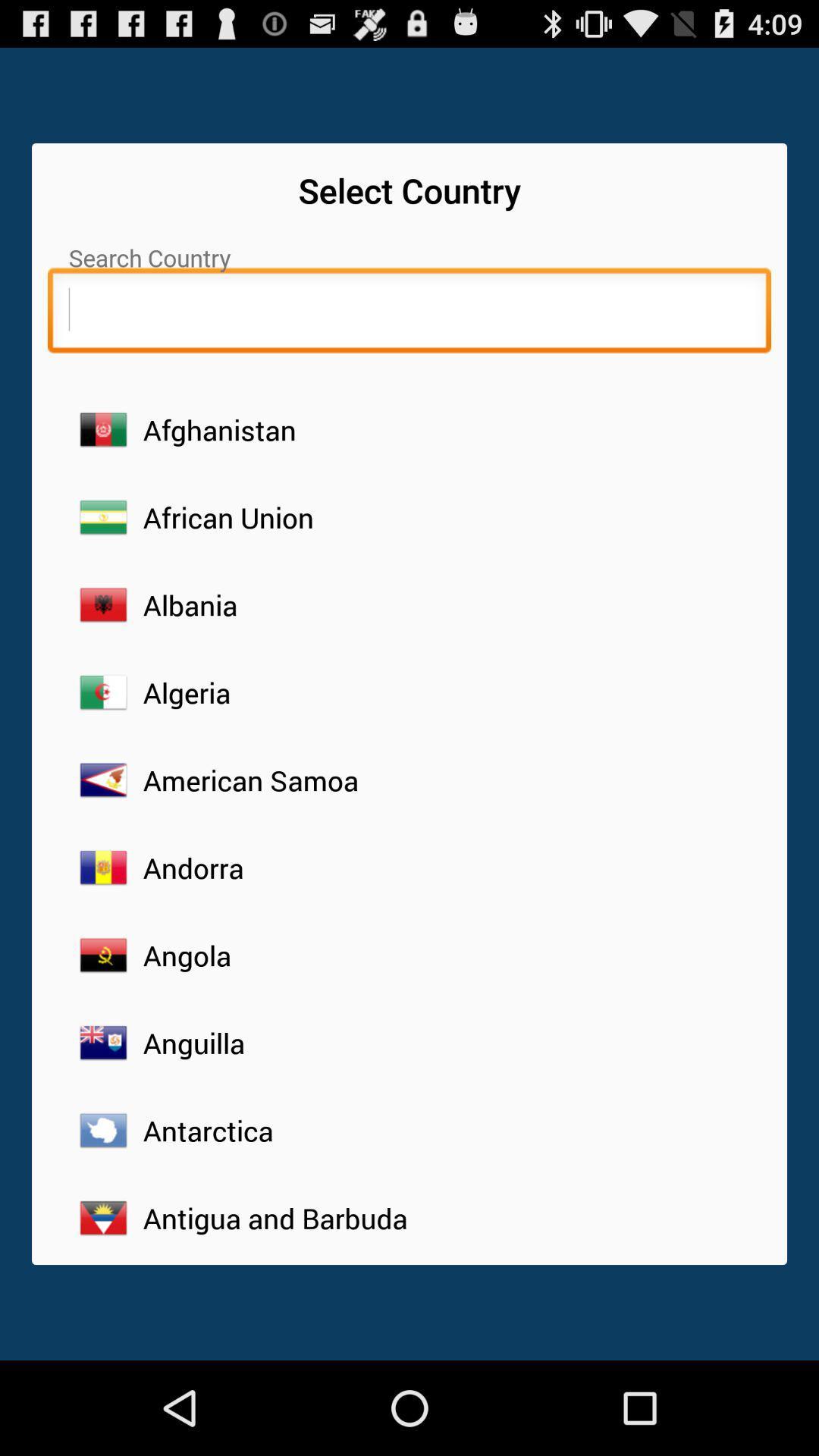 Image resolution: width=819 pixels, height=1456 pixels. Describe the element at coordinates (409, 313) in the screenshot. I see `search` at that location.